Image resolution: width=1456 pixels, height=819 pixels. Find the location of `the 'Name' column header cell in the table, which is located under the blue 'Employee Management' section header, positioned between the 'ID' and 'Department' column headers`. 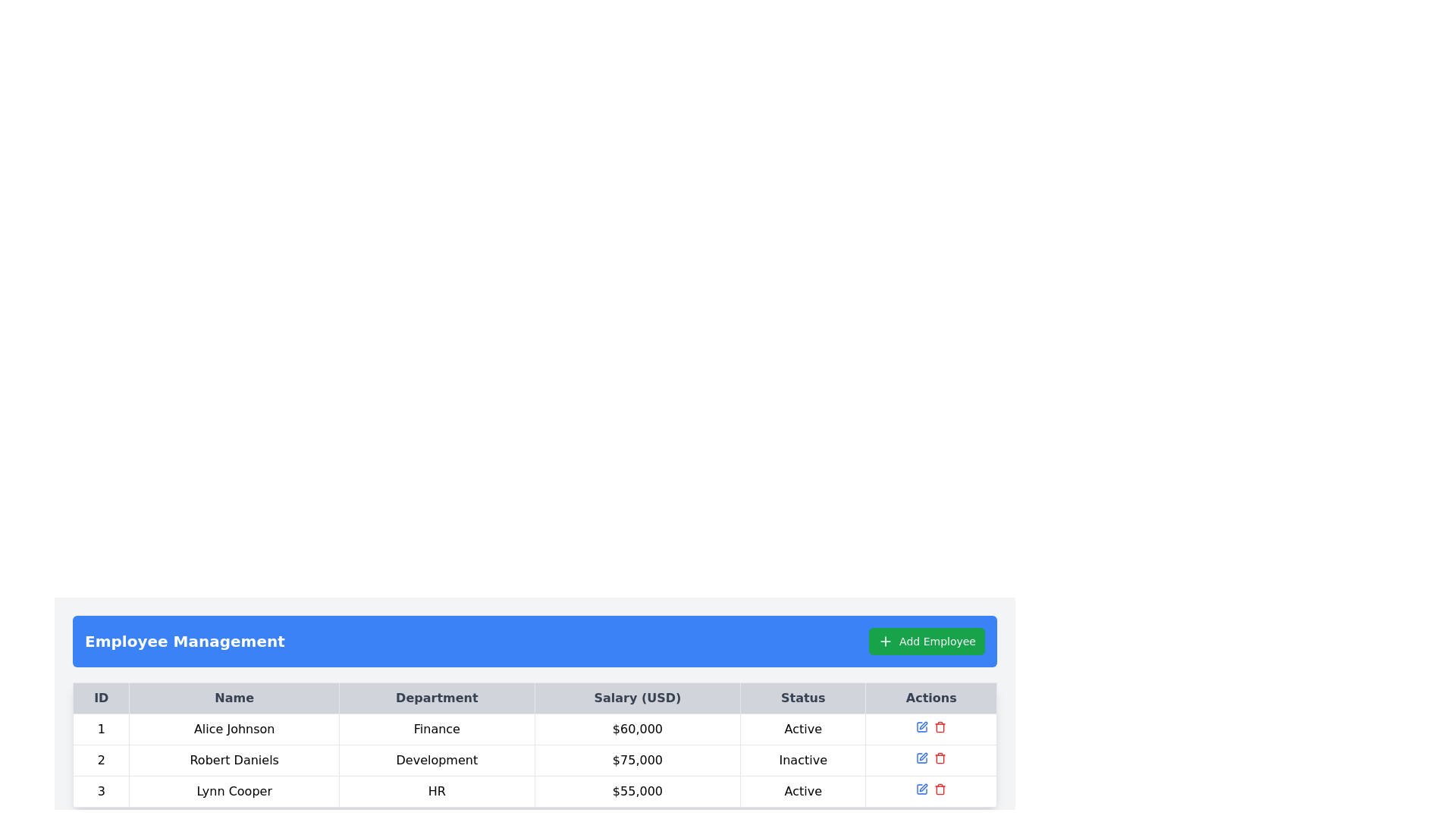

the 'Name' column header cell in the table, which is located under the blue 'Employee Management' section header, positioned between the 'ID' and 'Department' column headers is located at coordinates (234, 698).